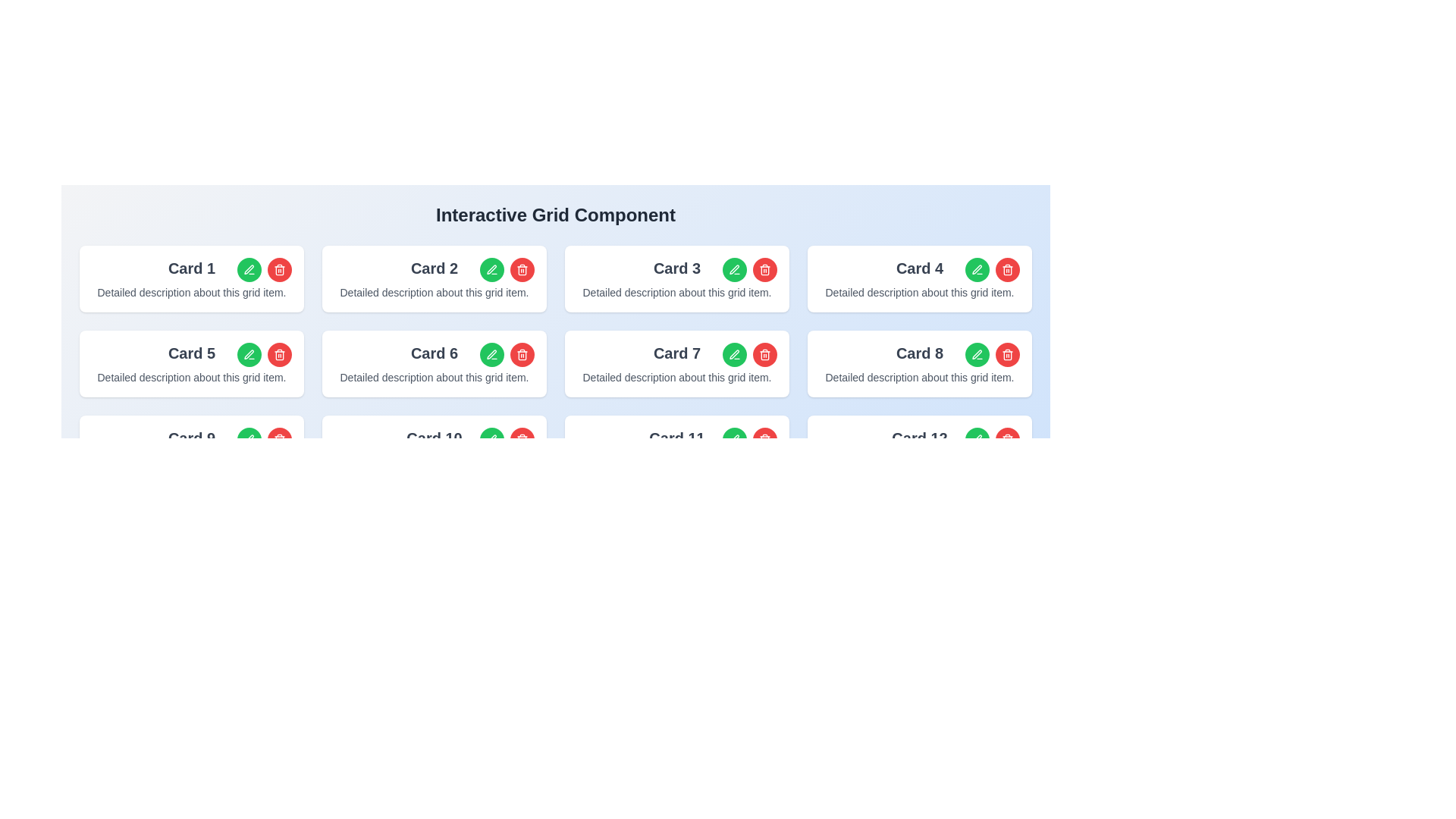 This screenshot has width=1456, height=819. What do you see at coordinates (265, 268) in the screenshot?
I see `the red circular delete button with a white trash bin icon located in the upper right of 'Card 1'` at bounding box center [265, 268].